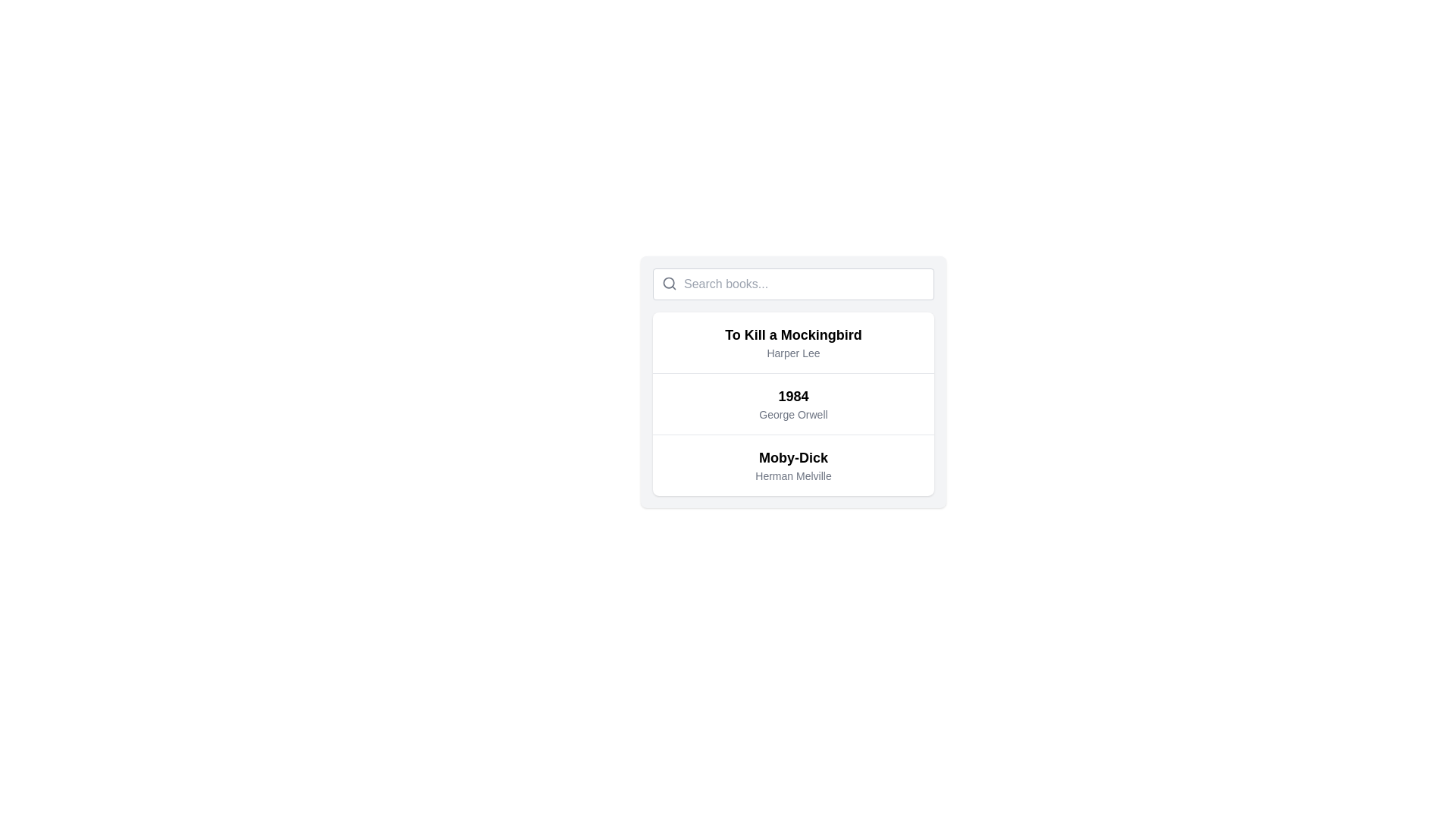 This screenshot has width=1456, height=819. I want to click on the list item representing the book 'Moby-Dick' by Herman Melville, which is the third item in the vertical list, so click(792, 464).